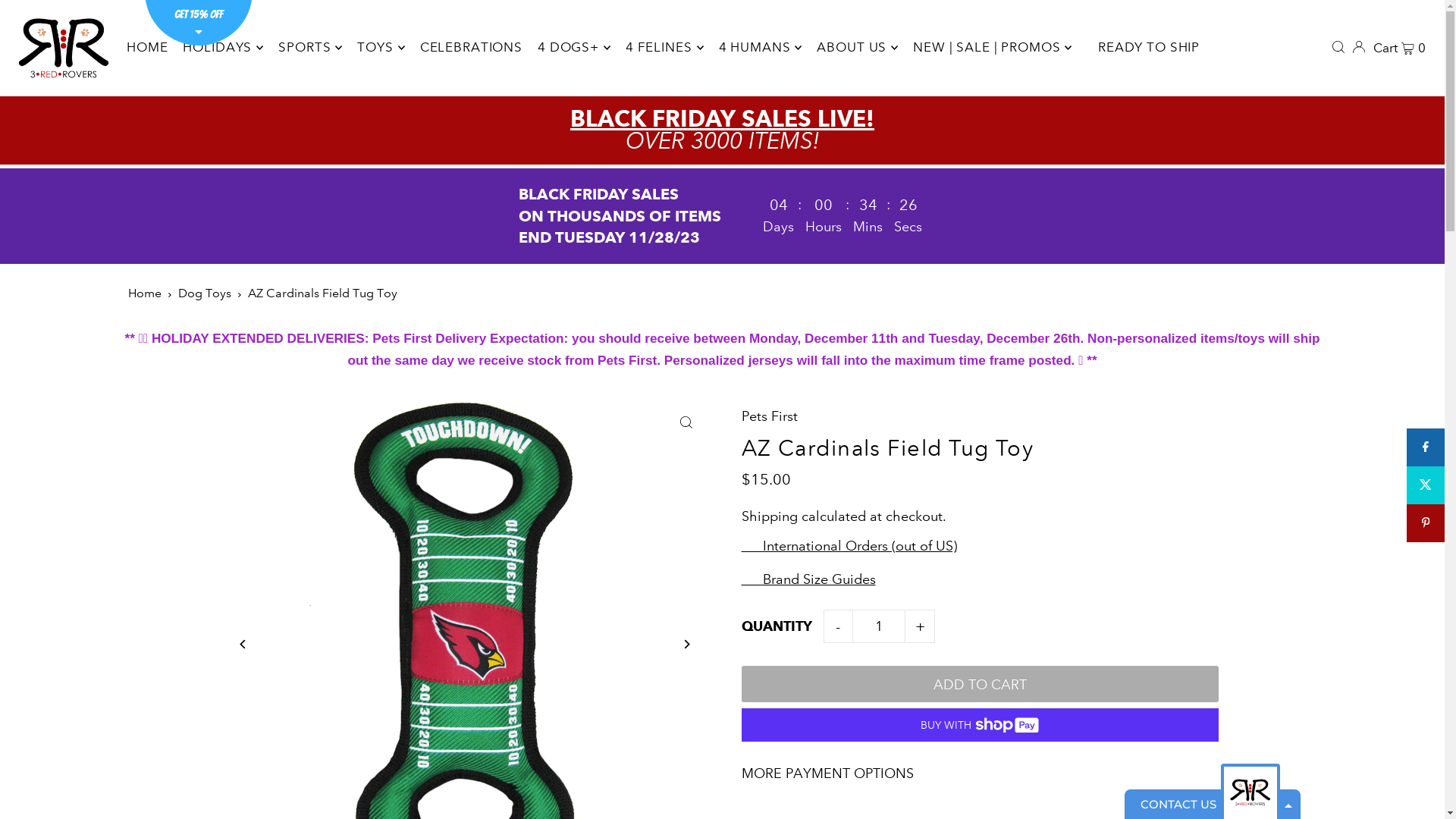  Describe the element at coordinates (203, 293) in the screenshot. I see `'Dog Toys'` at that location.